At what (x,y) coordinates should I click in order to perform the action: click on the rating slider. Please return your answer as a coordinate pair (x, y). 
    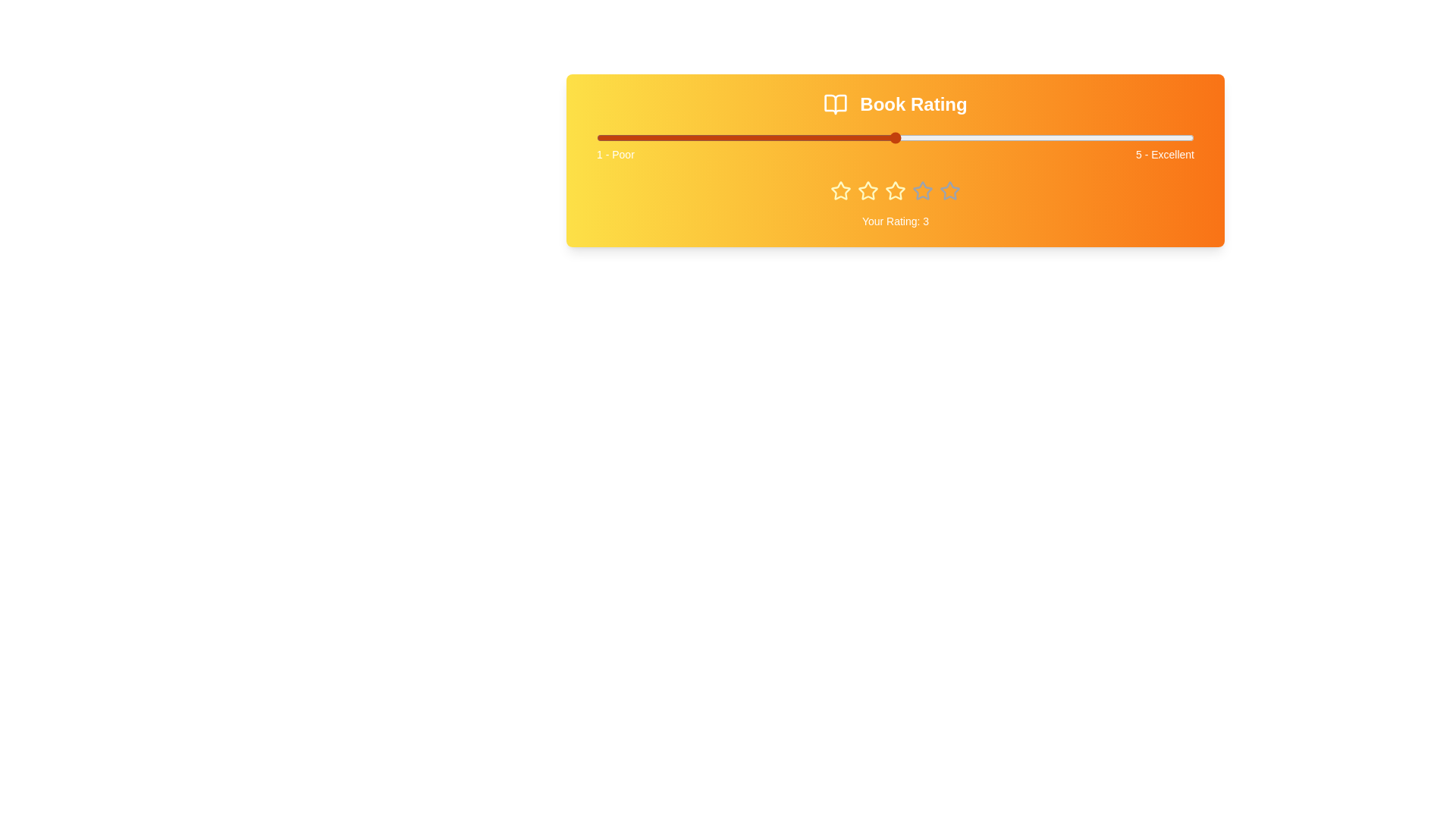
    Looking at the image, I should click on (596, 137).